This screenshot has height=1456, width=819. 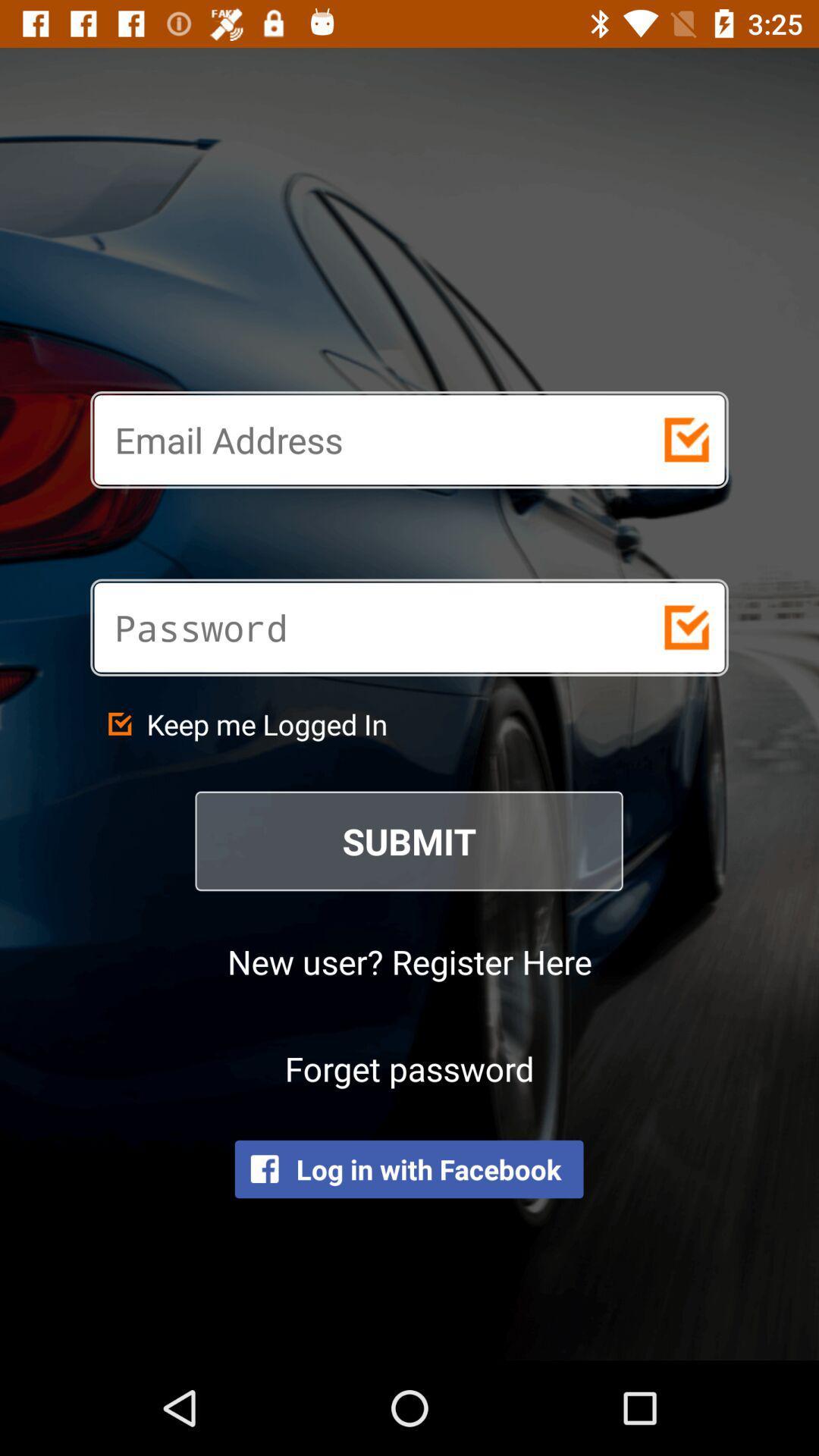 I want to click on submit icon, so click(x=409, y=840).